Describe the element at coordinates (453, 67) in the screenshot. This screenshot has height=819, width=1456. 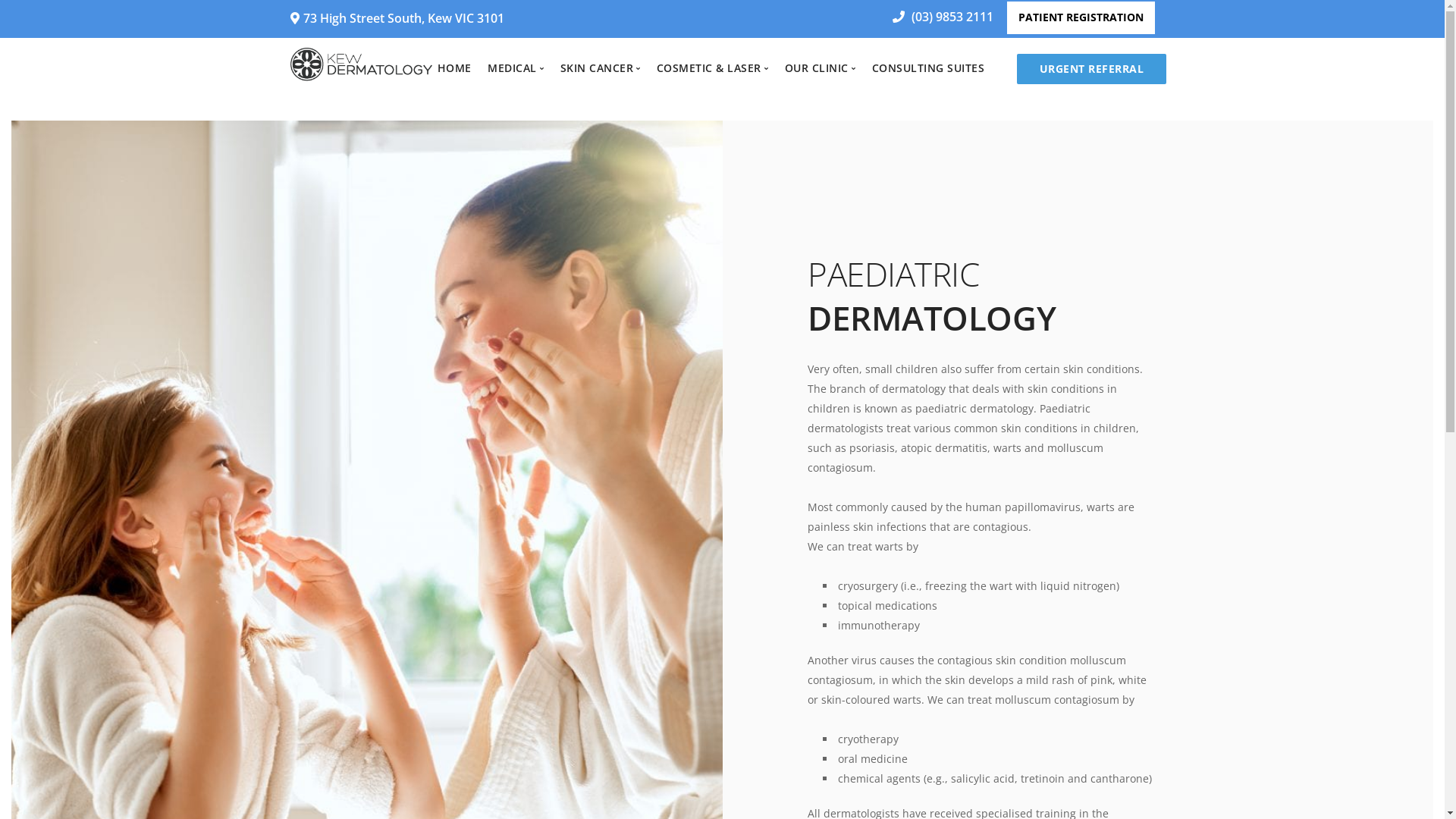
I see `'HOME'` at that location.